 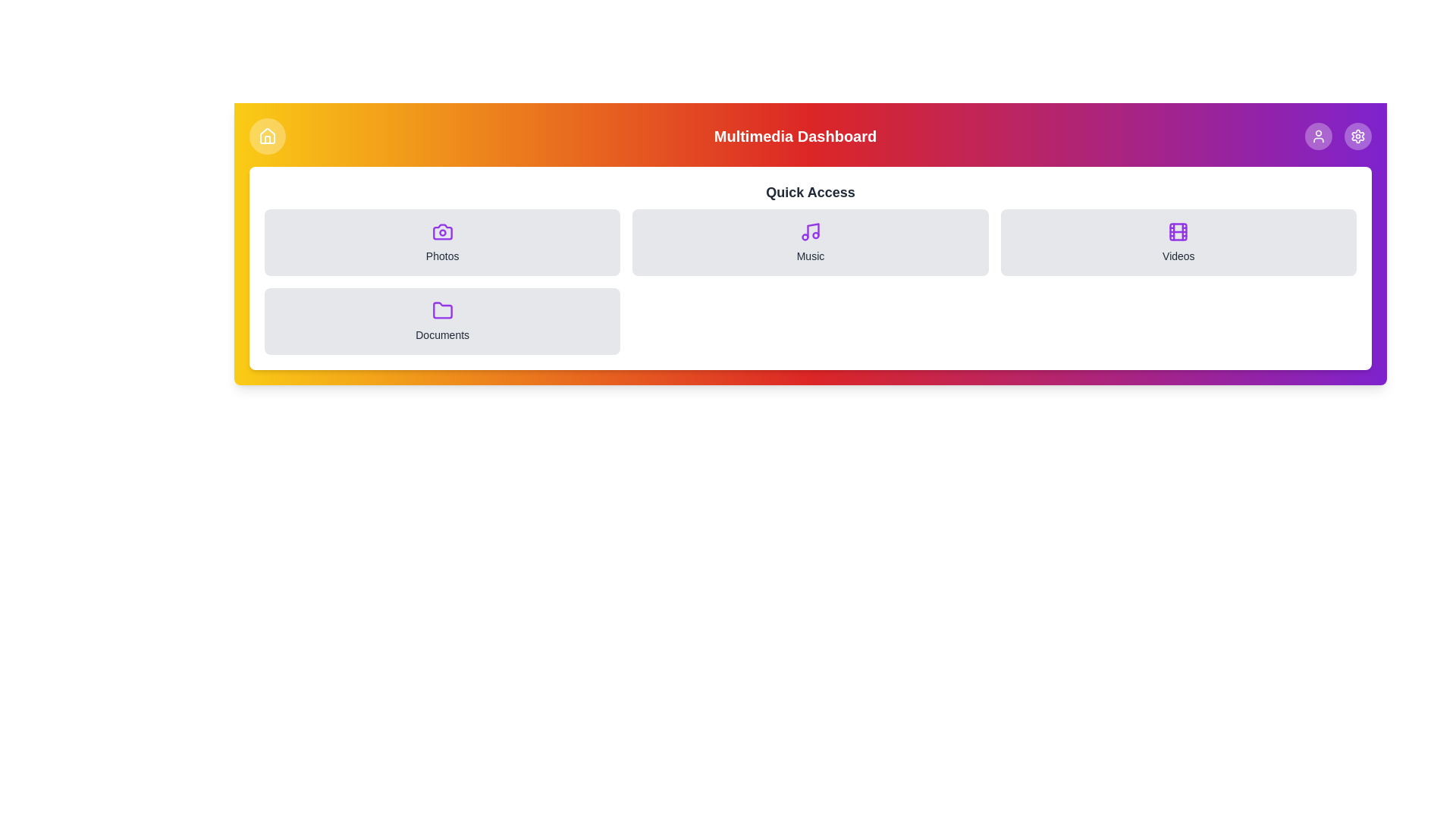 I want to click on the User button in the navigation bar, so click(x=1317, y=136).